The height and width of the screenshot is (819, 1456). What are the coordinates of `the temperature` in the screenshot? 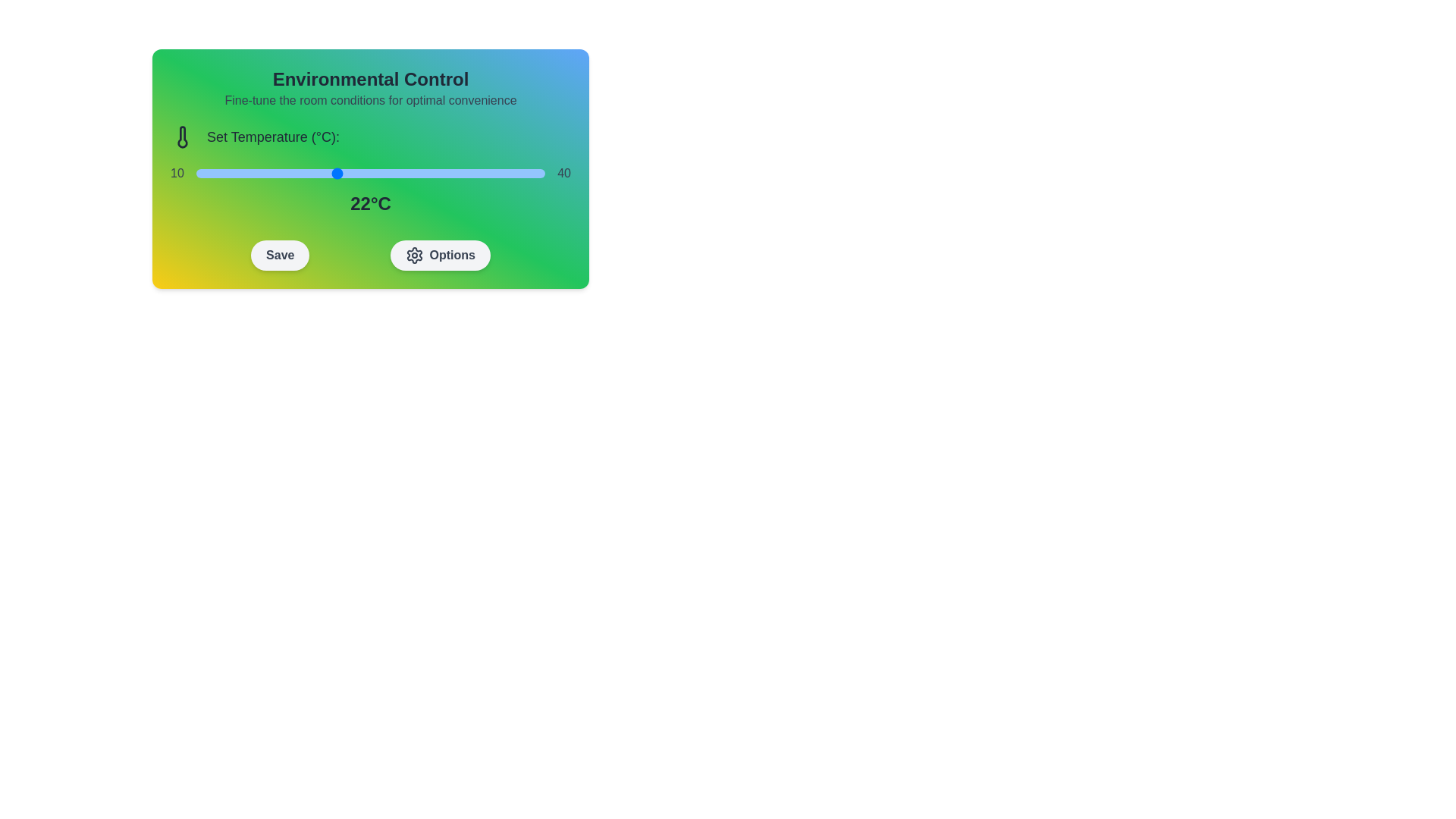 It's located at (522, 172).